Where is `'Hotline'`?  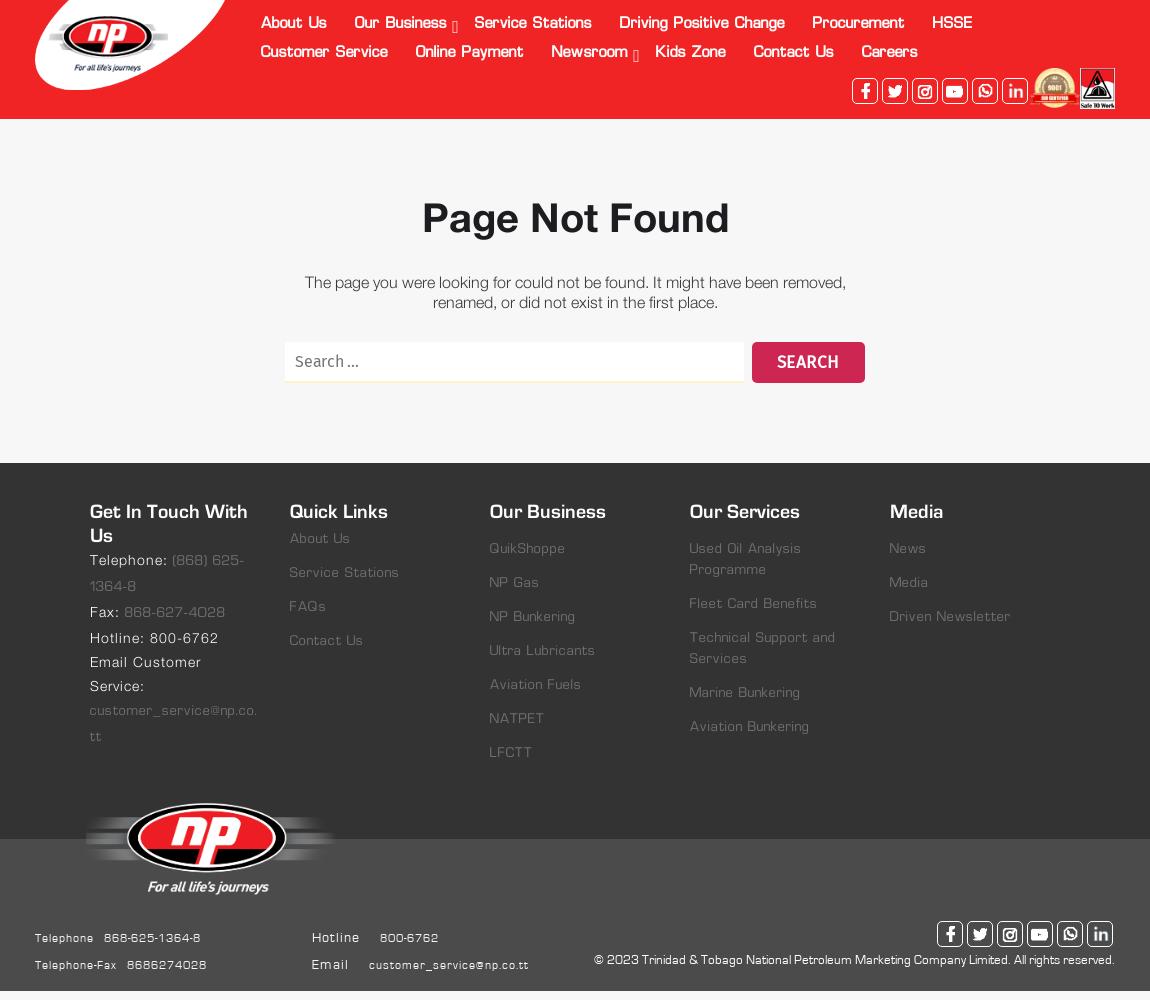
'Hotline' is located at coordinates (336, 937).